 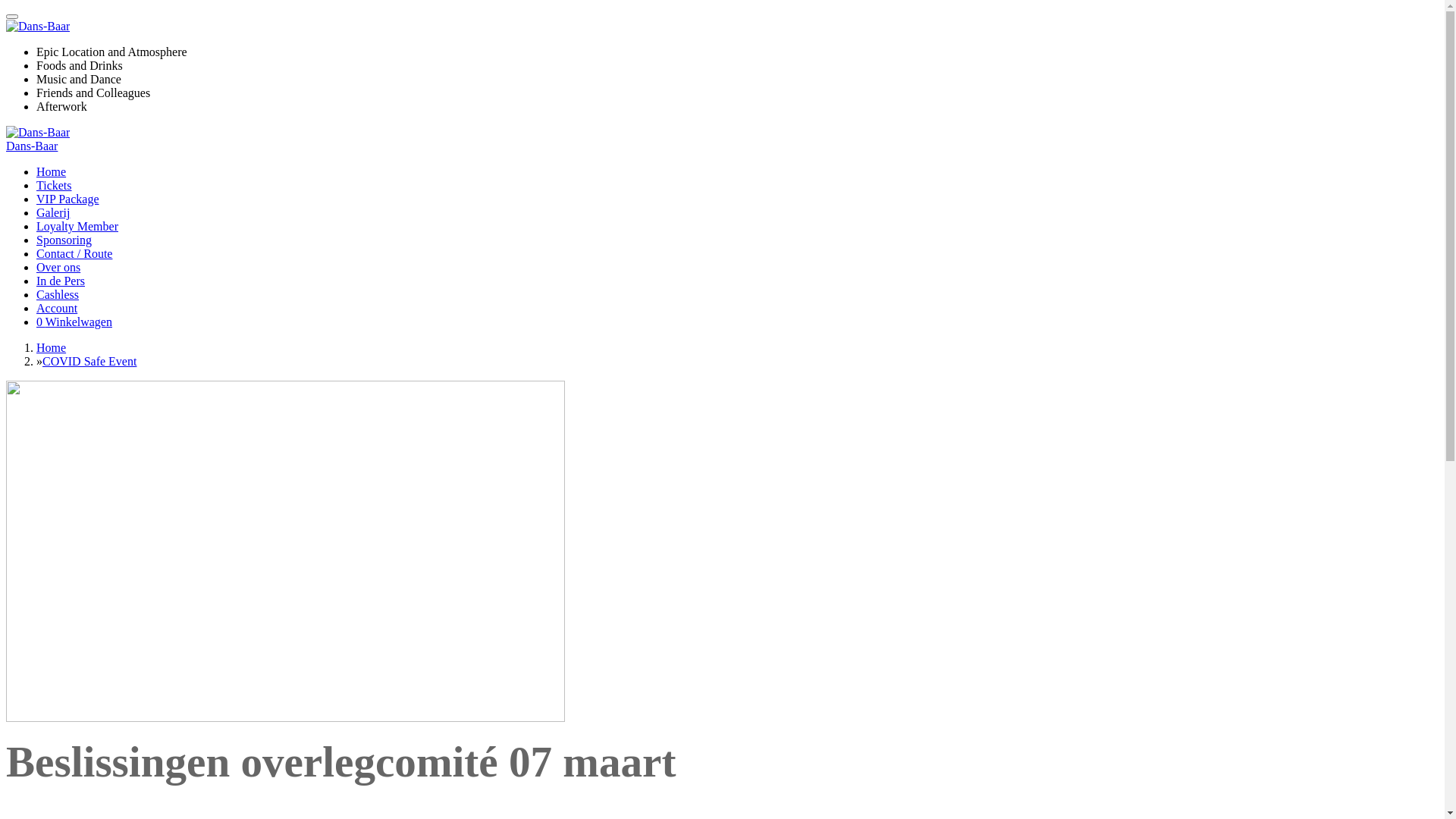 I want to click on 'Over ons', so click(x=58, y=266).